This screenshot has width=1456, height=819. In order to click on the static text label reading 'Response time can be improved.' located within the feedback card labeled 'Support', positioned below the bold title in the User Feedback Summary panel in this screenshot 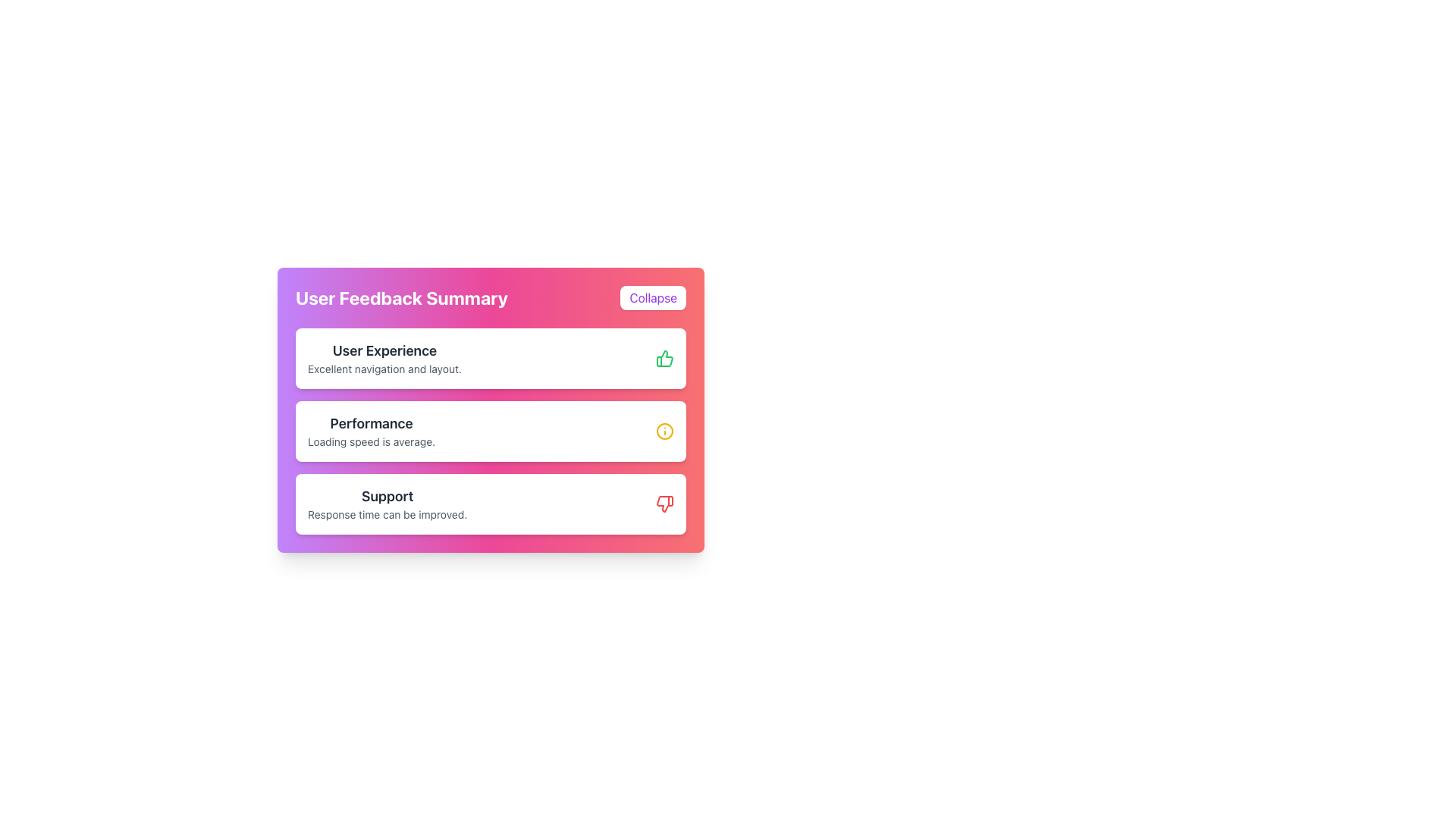, I will do `click(388, 513)`.